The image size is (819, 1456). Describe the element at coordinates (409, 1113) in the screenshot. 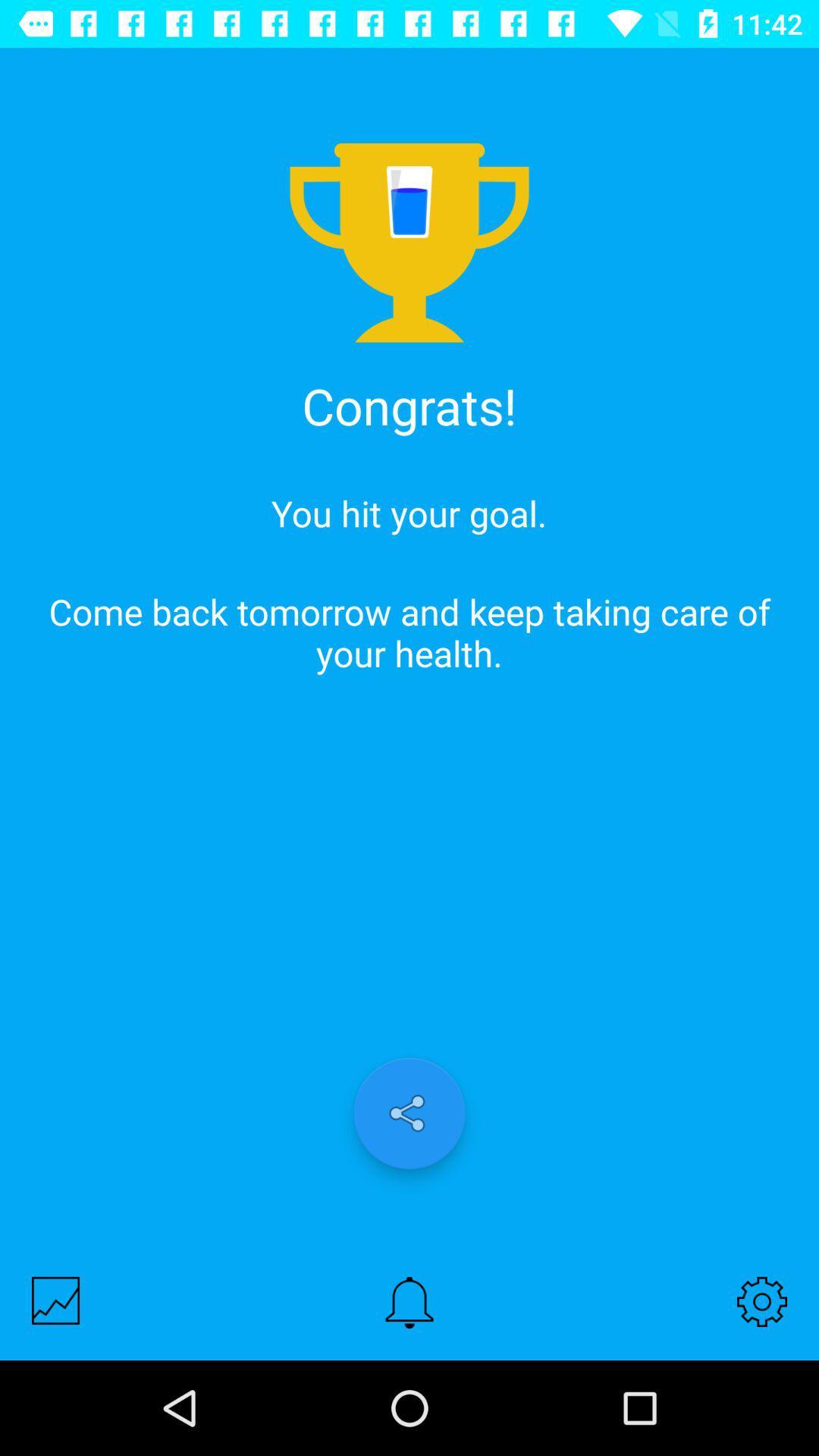

I see `share your achievement` at that location.